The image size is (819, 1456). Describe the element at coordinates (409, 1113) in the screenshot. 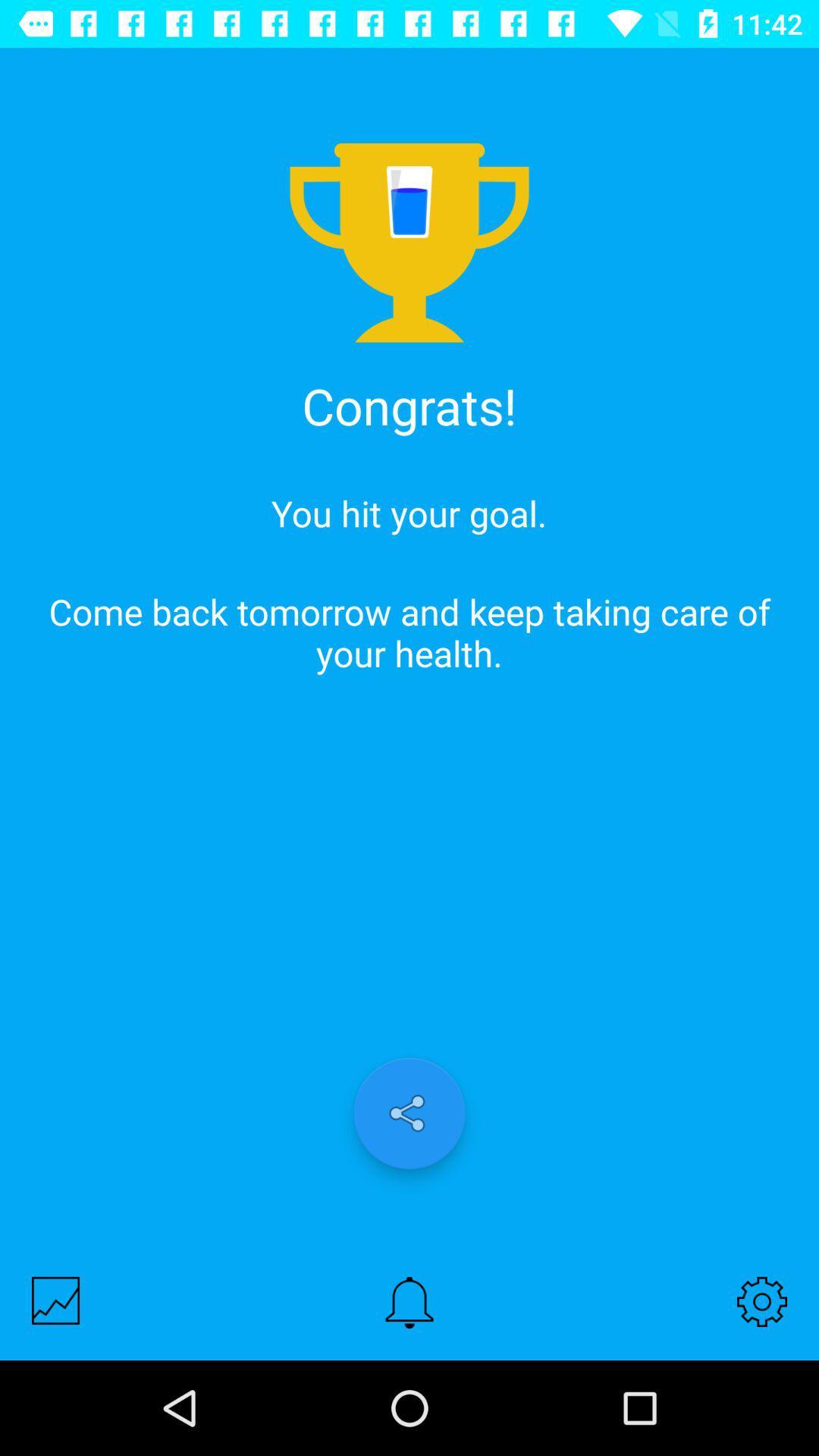

I see `share your achievement` at that location.